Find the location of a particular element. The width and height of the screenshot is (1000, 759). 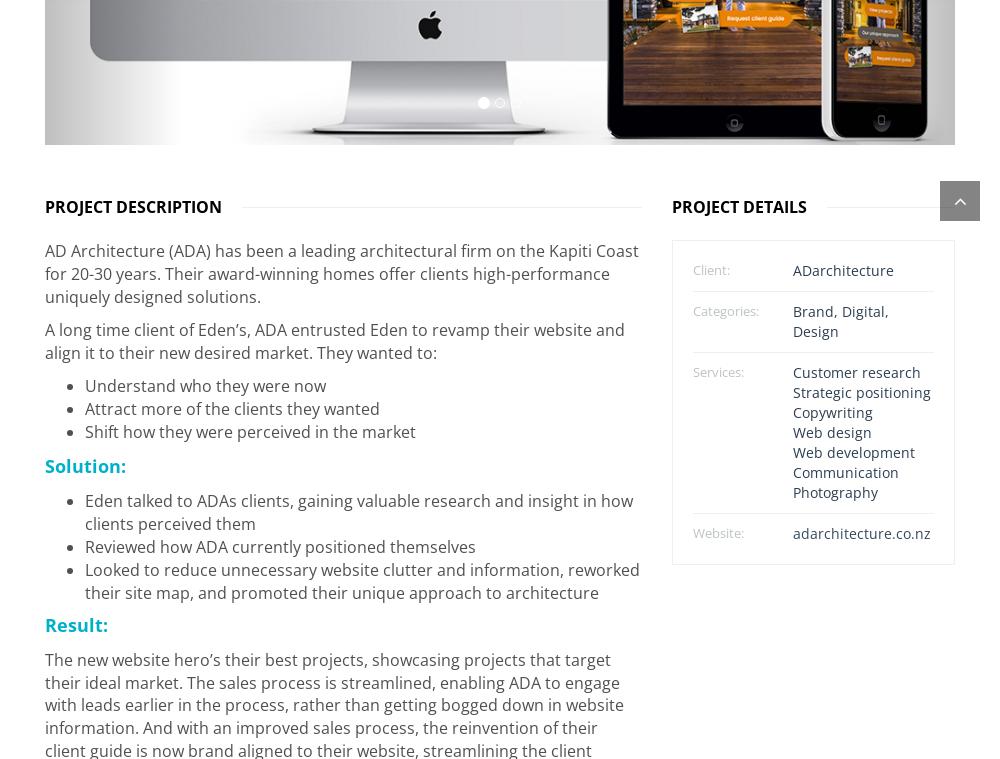

'Categories:' is located at coordinates (691, 301).